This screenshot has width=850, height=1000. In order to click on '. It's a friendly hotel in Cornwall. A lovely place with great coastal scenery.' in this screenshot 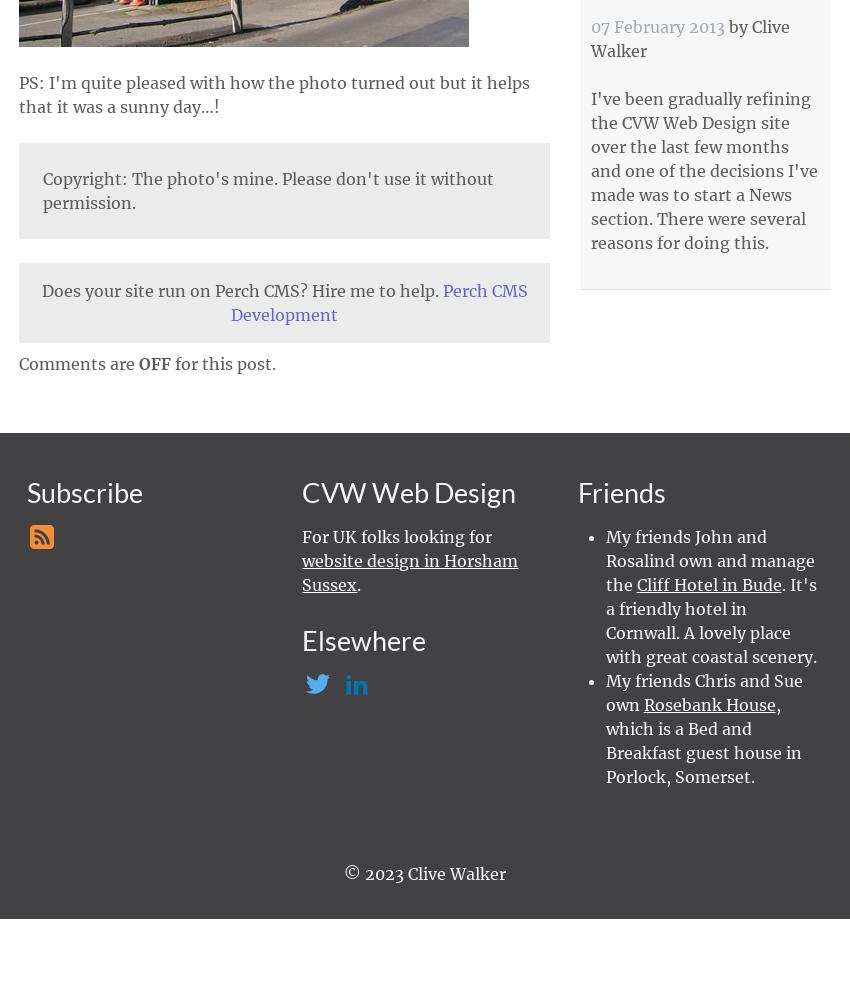, I will do `click(709, 619)`.